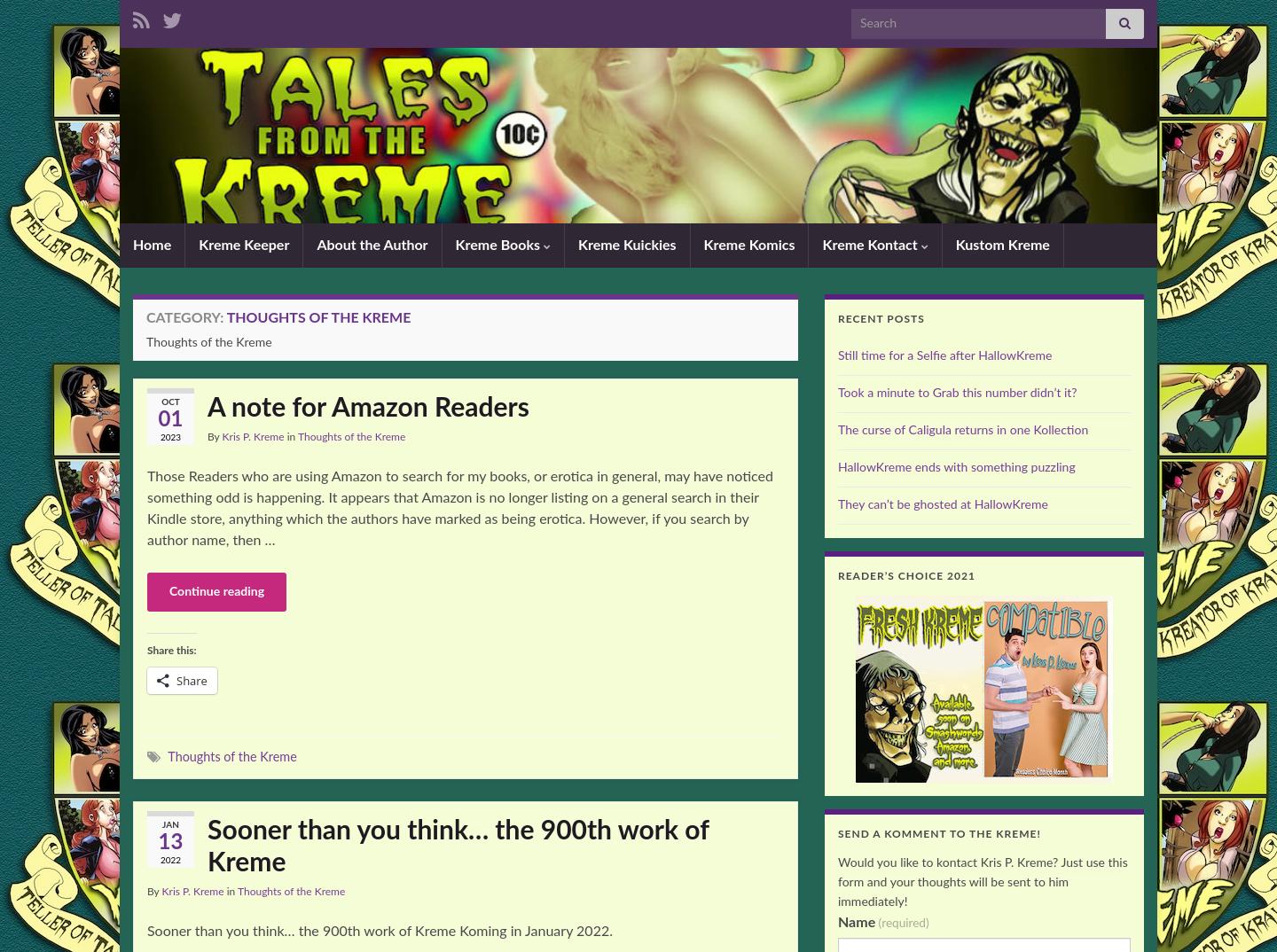 This screenshot has width=1277, height=952. I want to click on 'Category:', so click(185, 317).